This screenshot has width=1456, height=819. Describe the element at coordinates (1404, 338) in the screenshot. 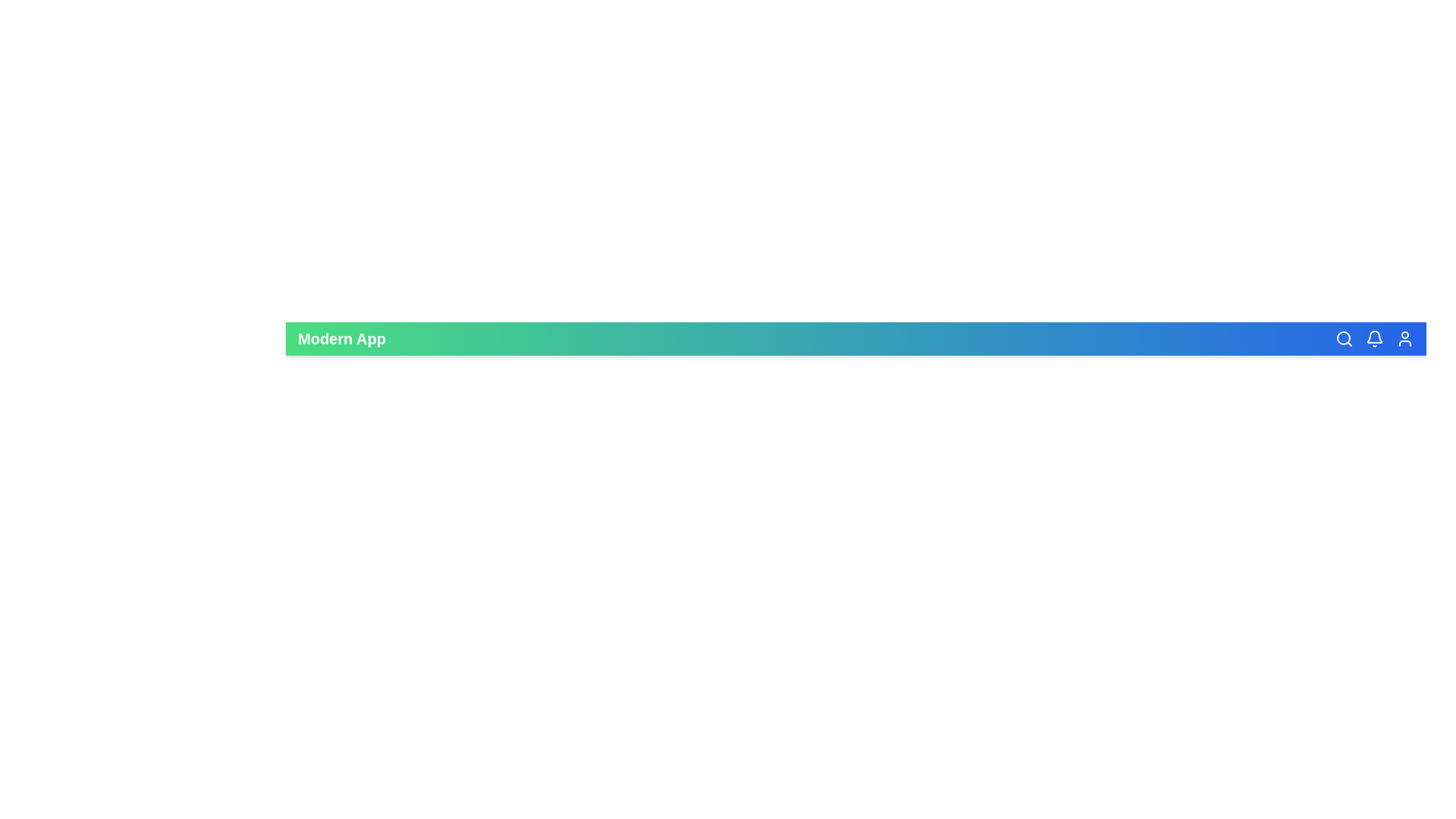

I see `the profile icon in the app bar` at that location.